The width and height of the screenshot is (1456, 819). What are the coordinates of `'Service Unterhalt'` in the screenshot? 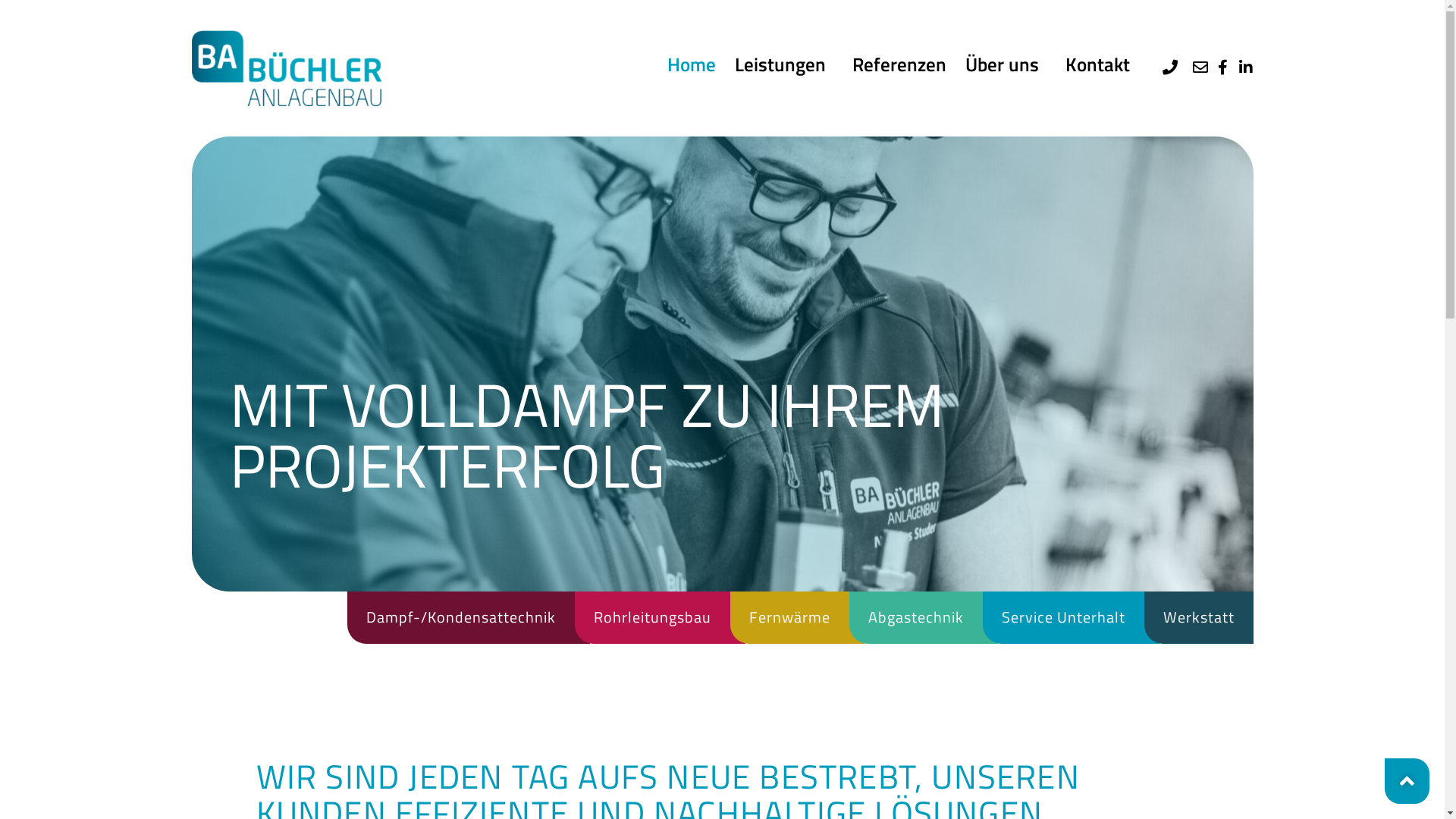 It's located at (1001, 617).